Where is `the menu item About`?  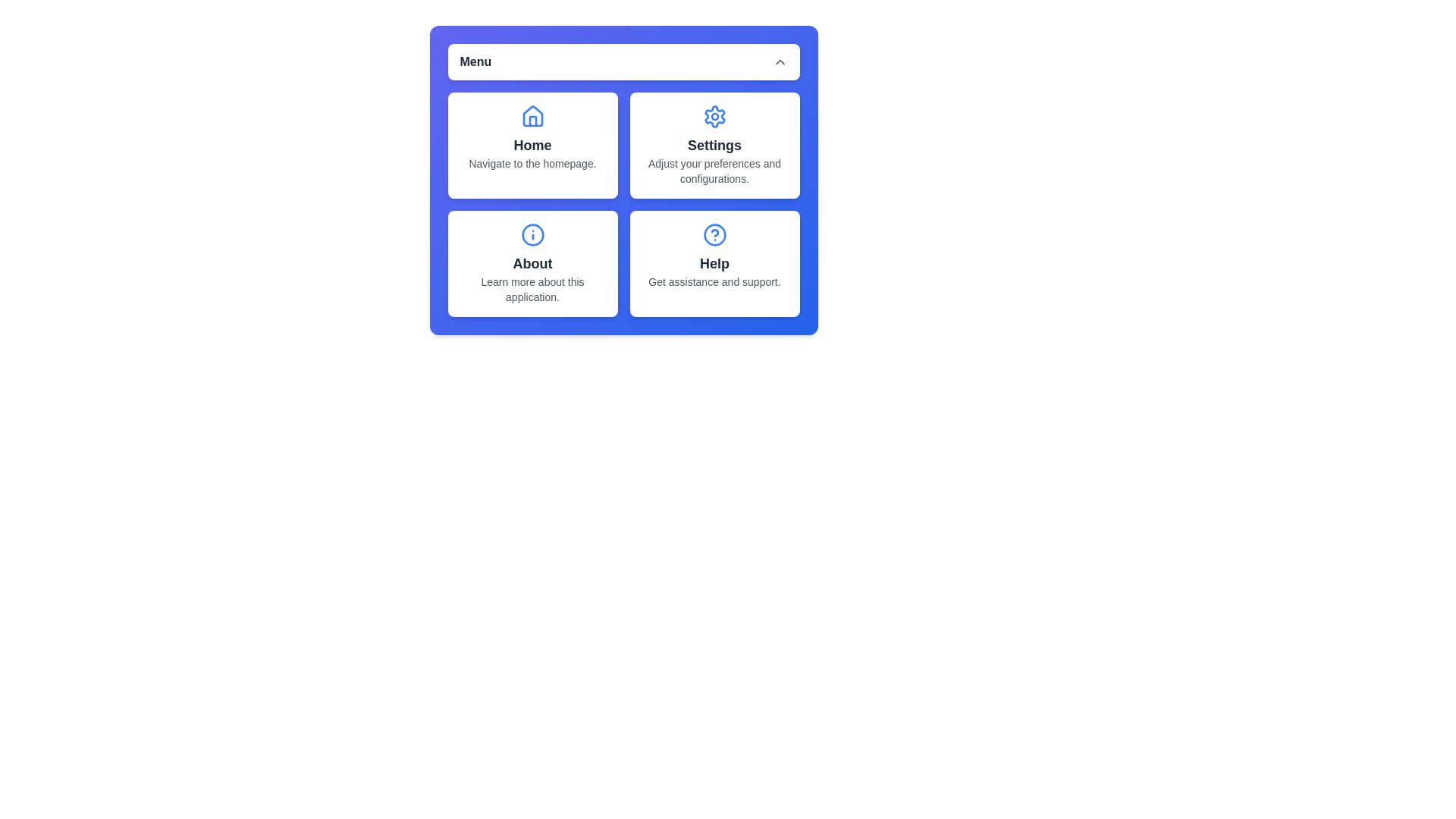 the menu item About is located at coordinates (532, 262).